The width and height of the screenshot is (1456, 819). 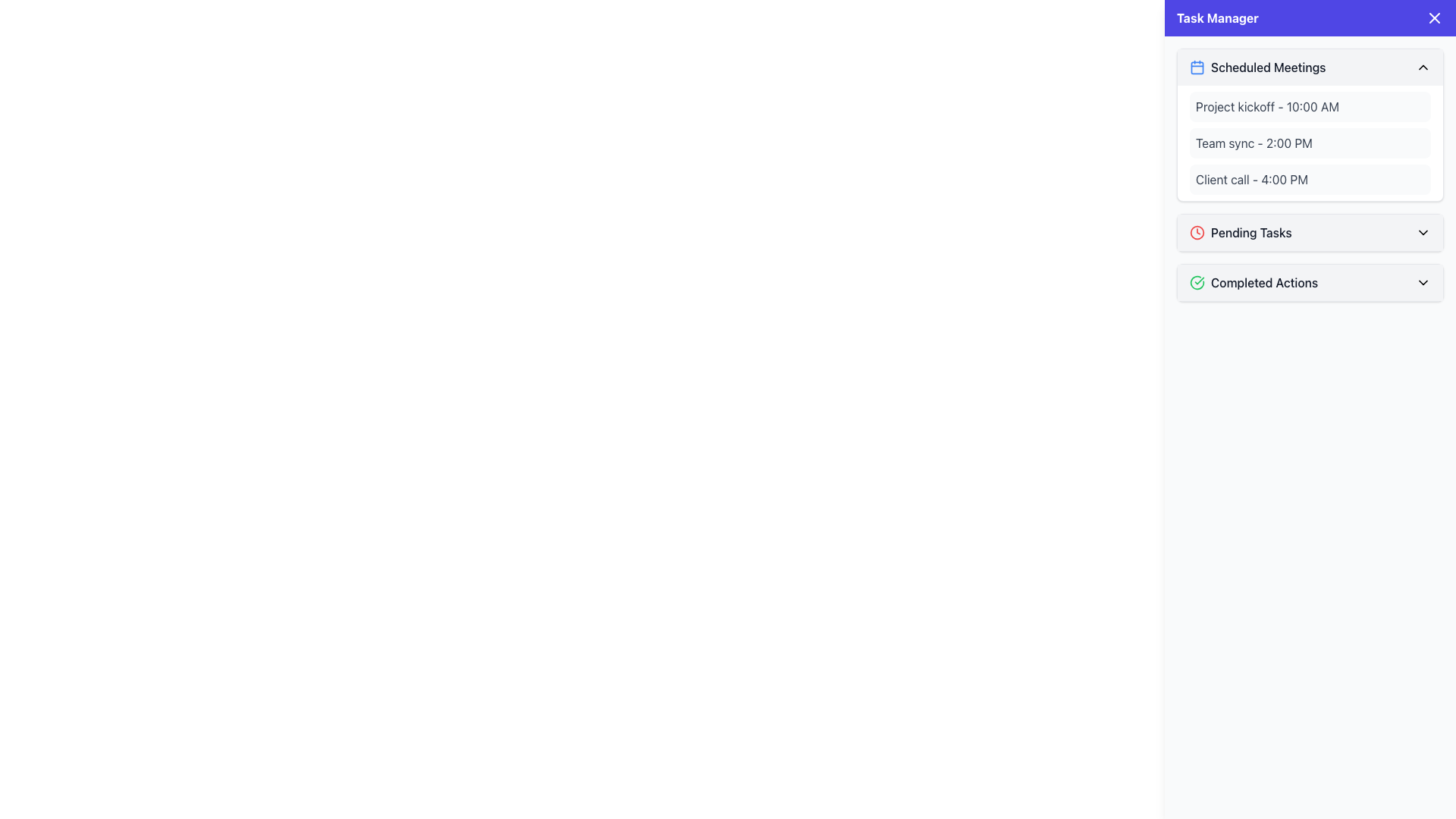 I want to click on the toggle button for the 'Completed Actions' section of the collapsible panel, located on the right side of the interface, so click(x=1422, y=283).